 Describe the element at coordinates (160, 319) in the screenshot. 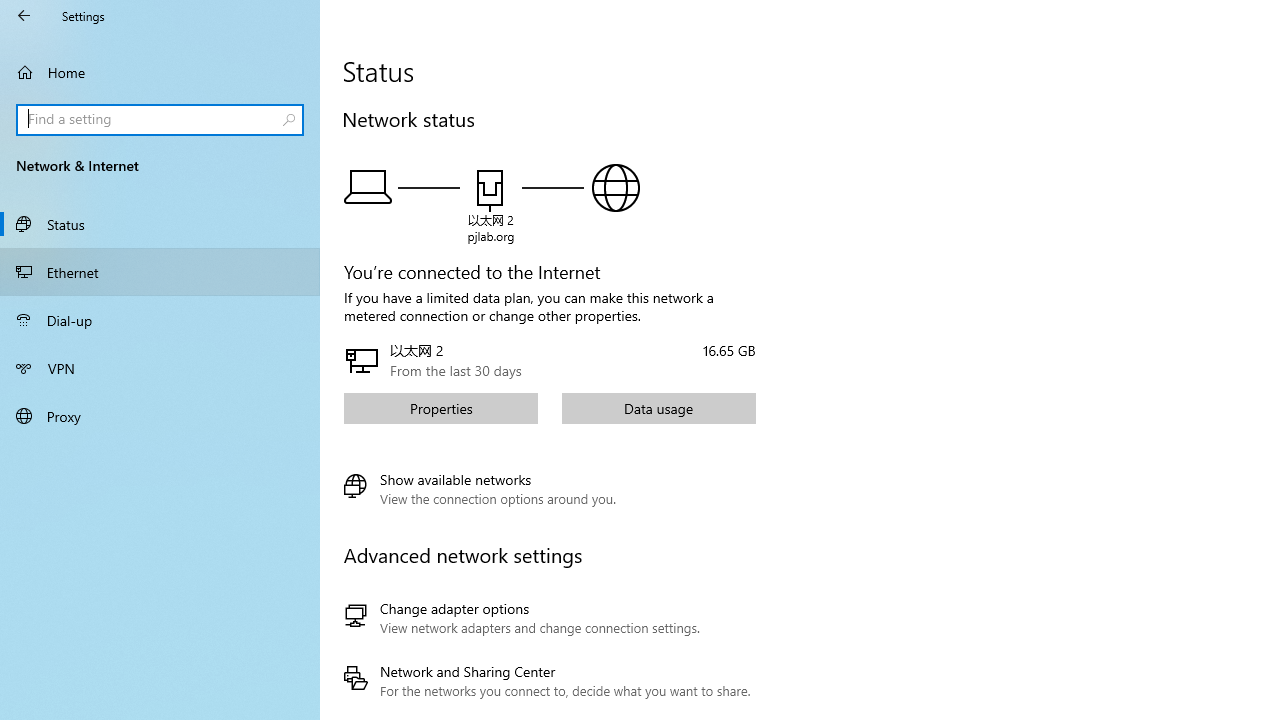

I see `'Dial-up'` at that location.